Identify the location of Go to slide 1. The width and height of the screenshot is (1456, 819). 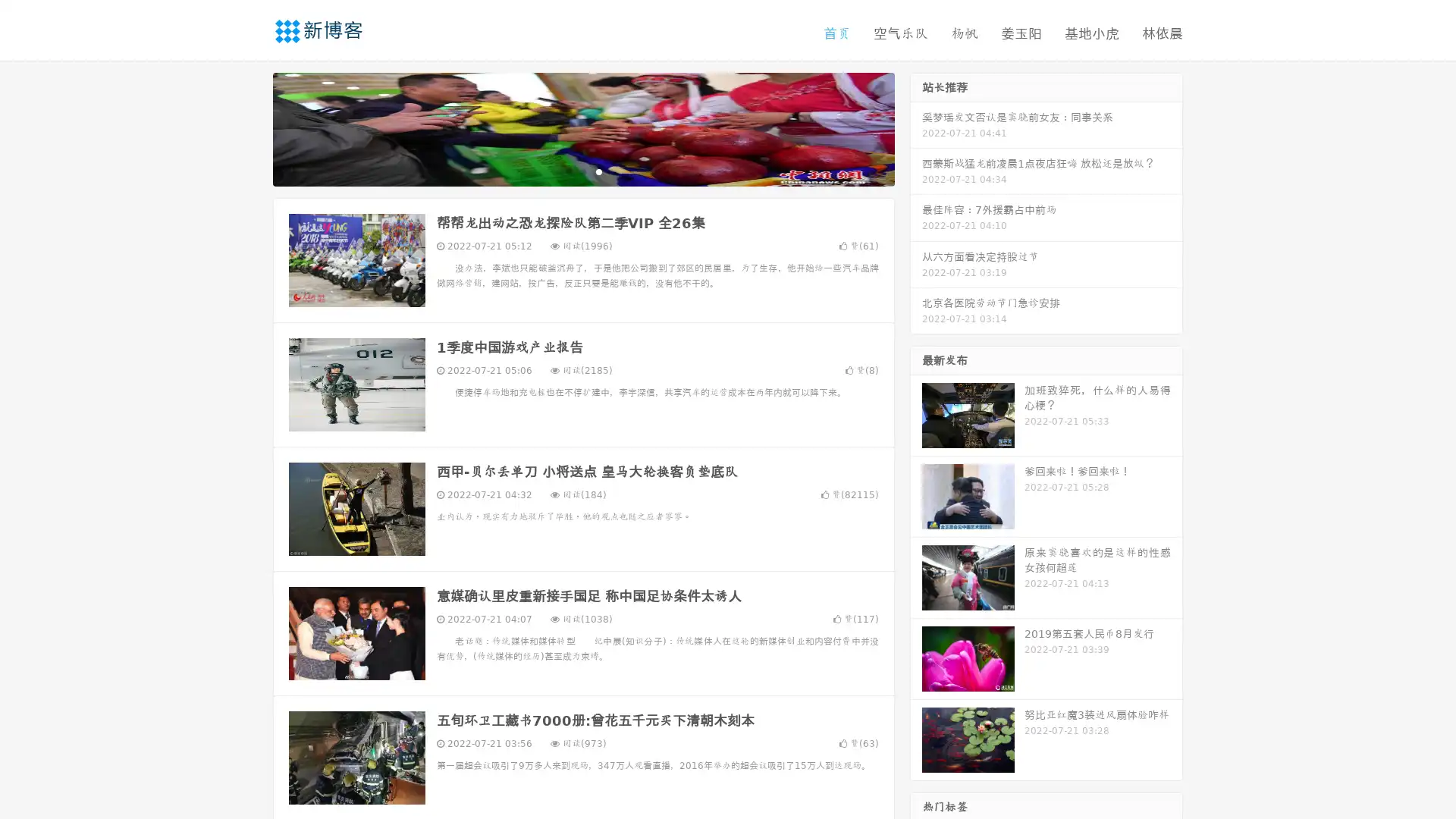
(567, 171).